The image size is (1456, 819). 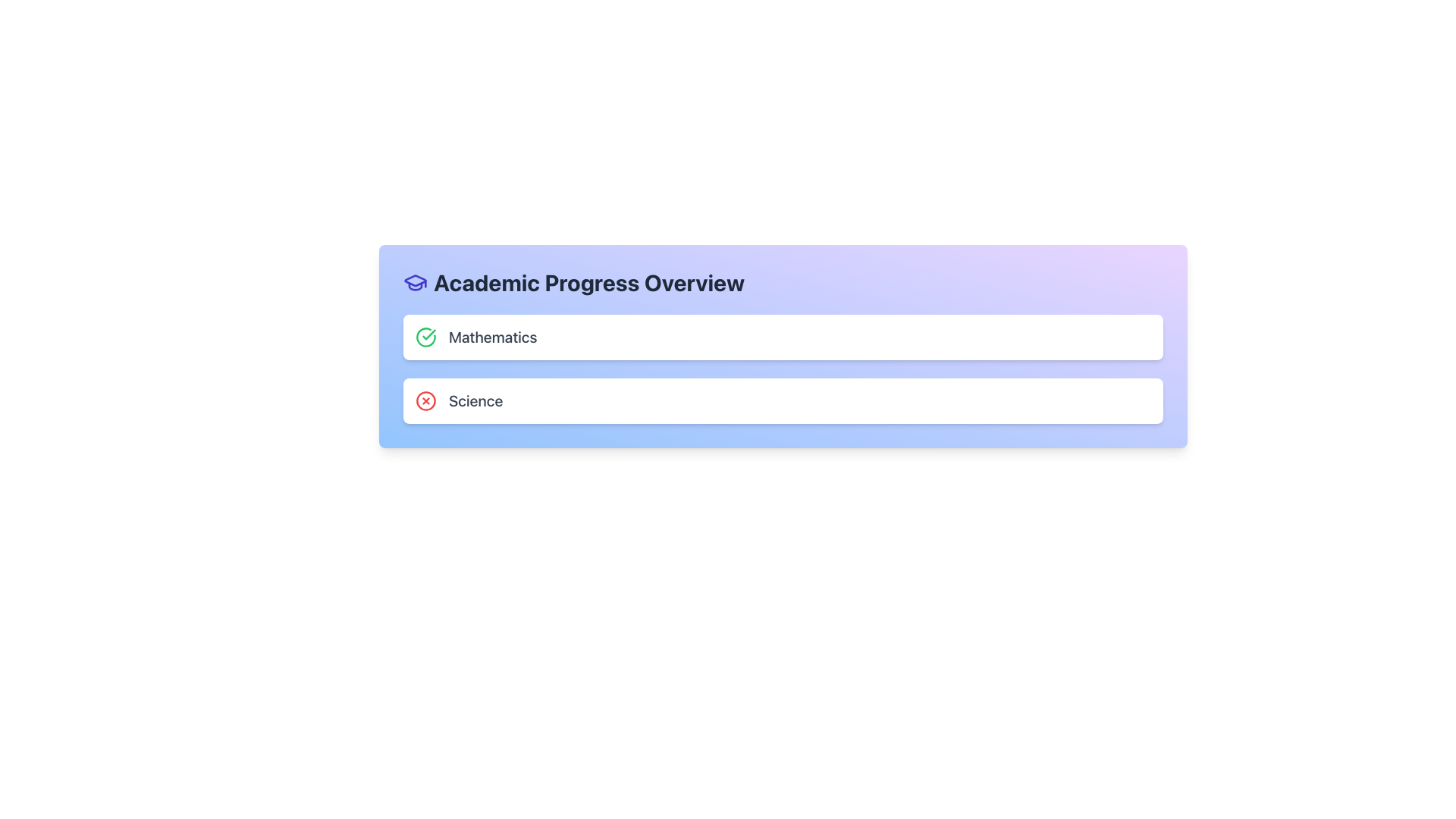 I want to click on the text label 'Mathematics' which is the first row in a list, accompanied by a green checkmark icon, so click(x=475, y=336).